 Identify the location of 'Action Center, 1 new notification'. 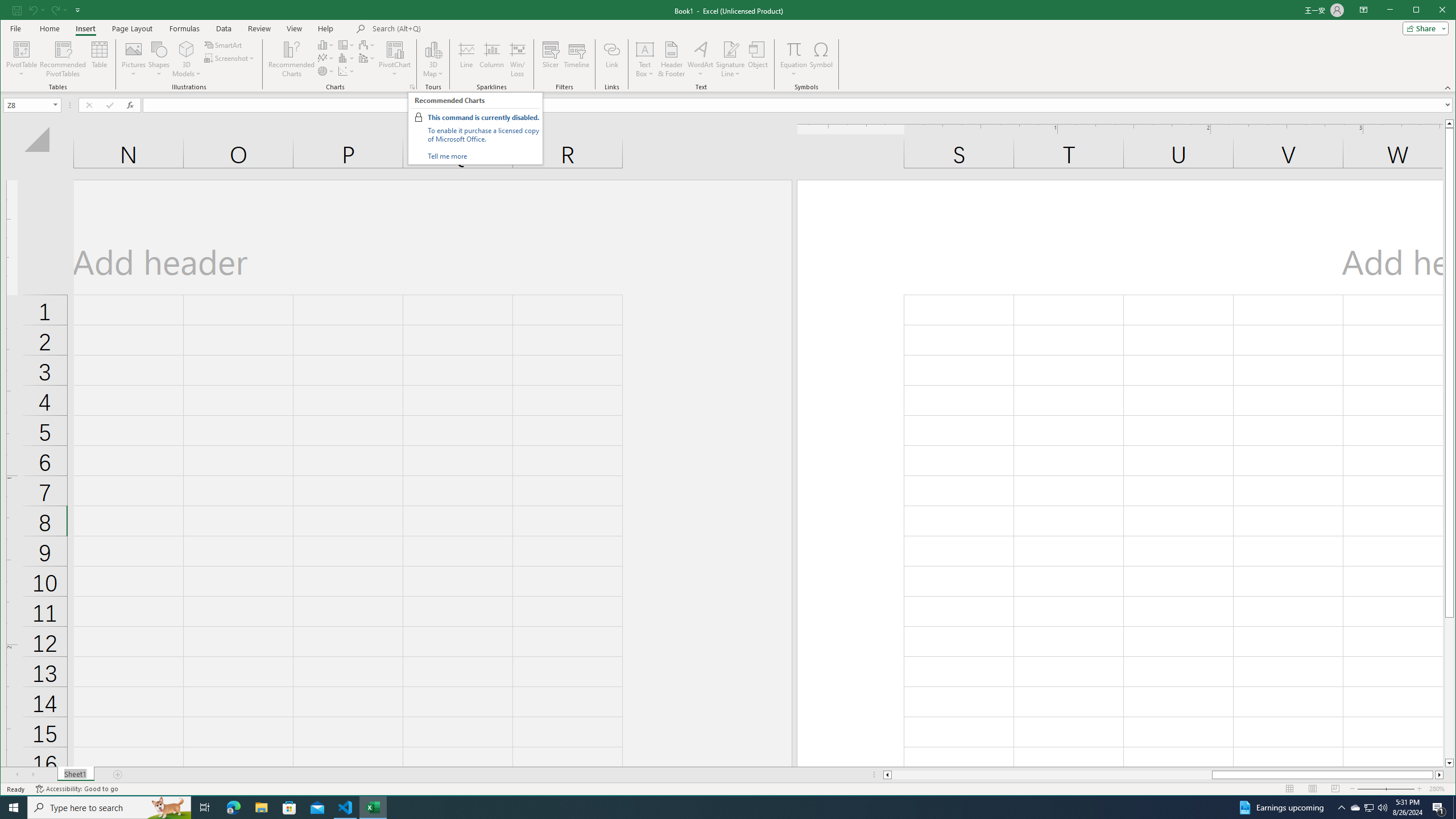
(1439, 806).